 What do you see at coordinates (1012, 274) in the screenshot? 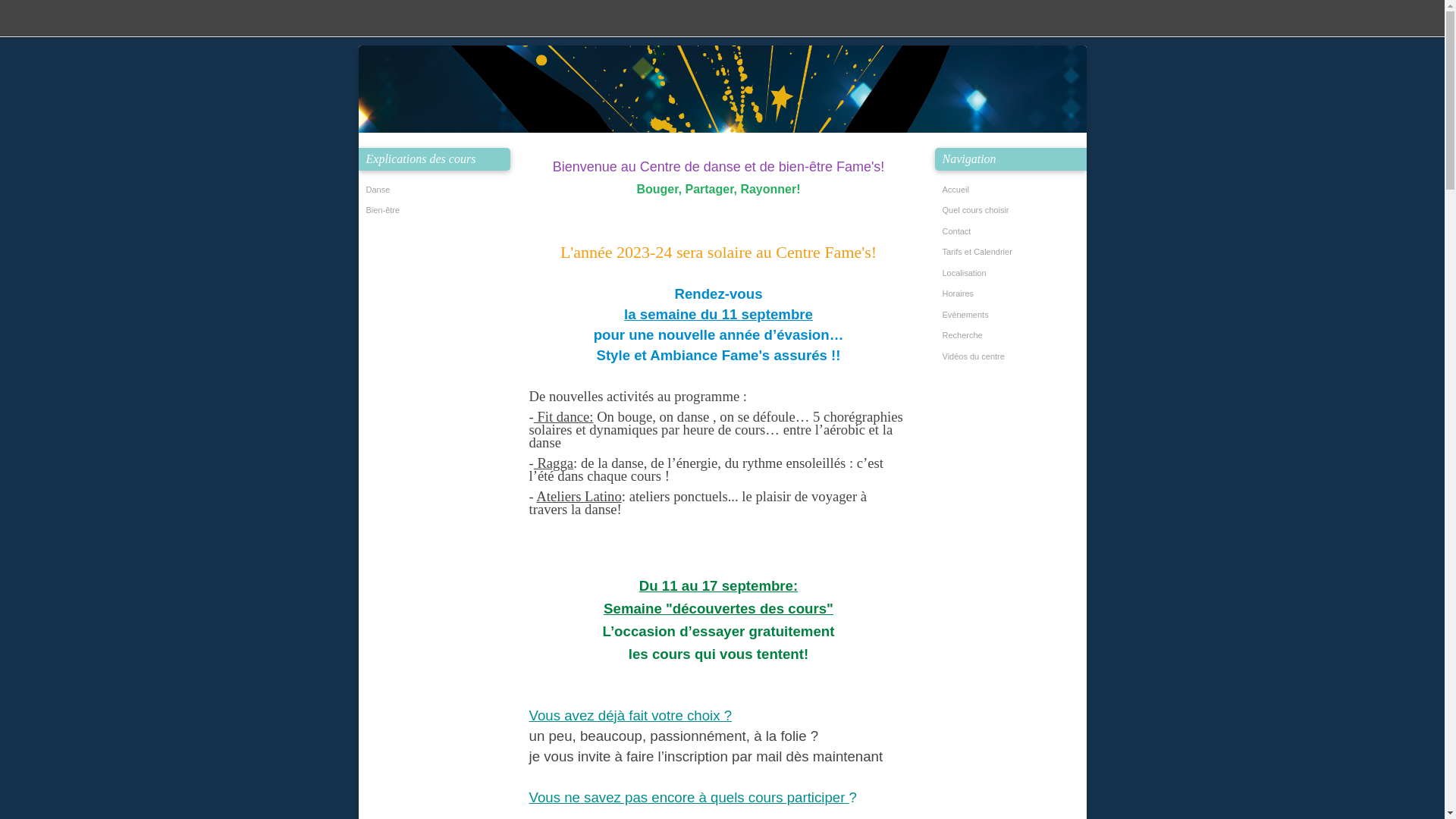
I see `'Localisation'` at bounding box center [1012, 274].